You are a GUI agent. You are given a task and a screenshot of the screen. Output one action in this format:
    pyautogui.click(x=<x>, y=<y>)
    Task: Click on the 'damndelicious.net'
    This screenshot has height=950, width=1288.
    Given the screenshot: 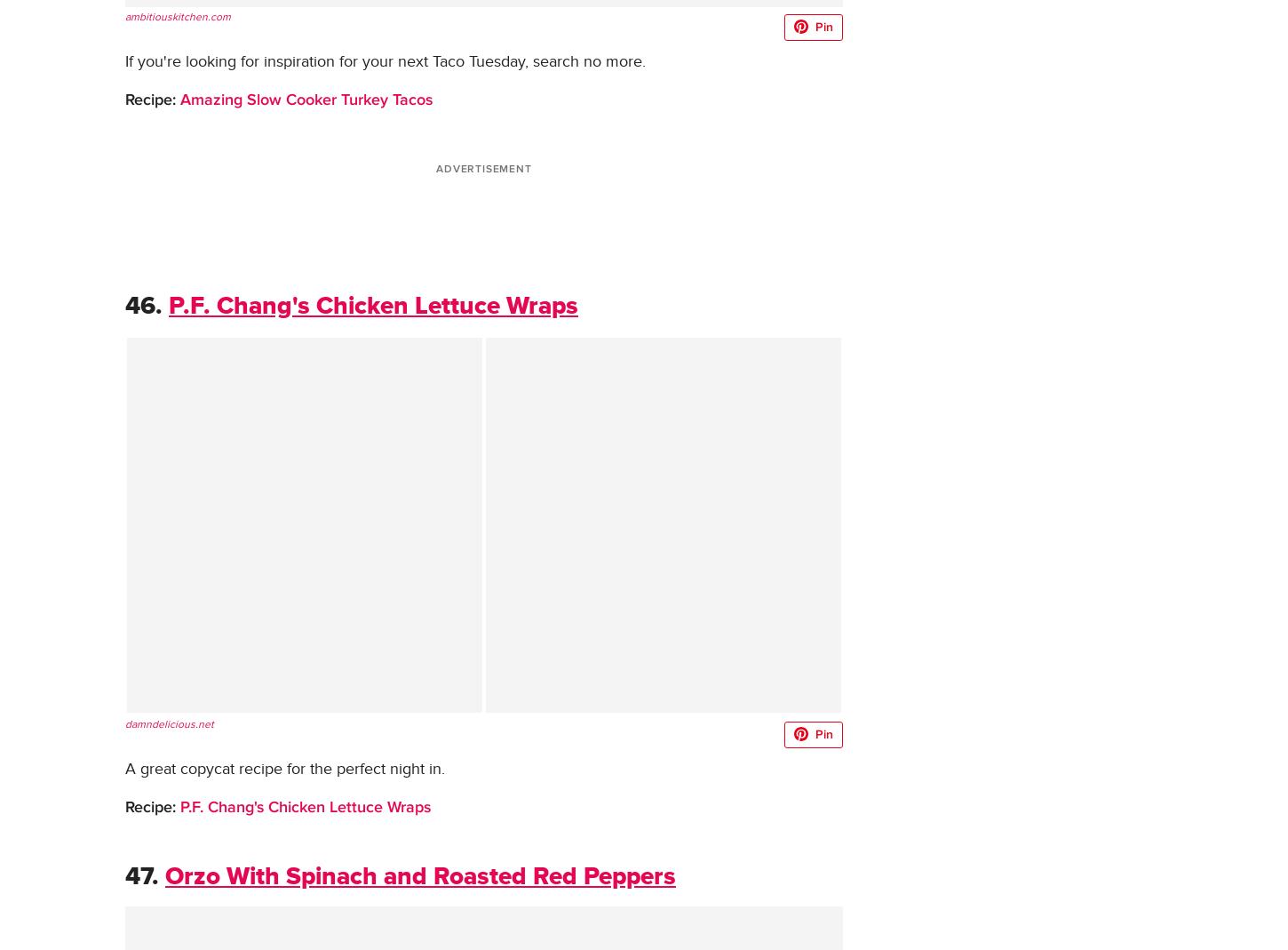 What is the action you would take?
    pyautogui.click(x=168, y=723)
    